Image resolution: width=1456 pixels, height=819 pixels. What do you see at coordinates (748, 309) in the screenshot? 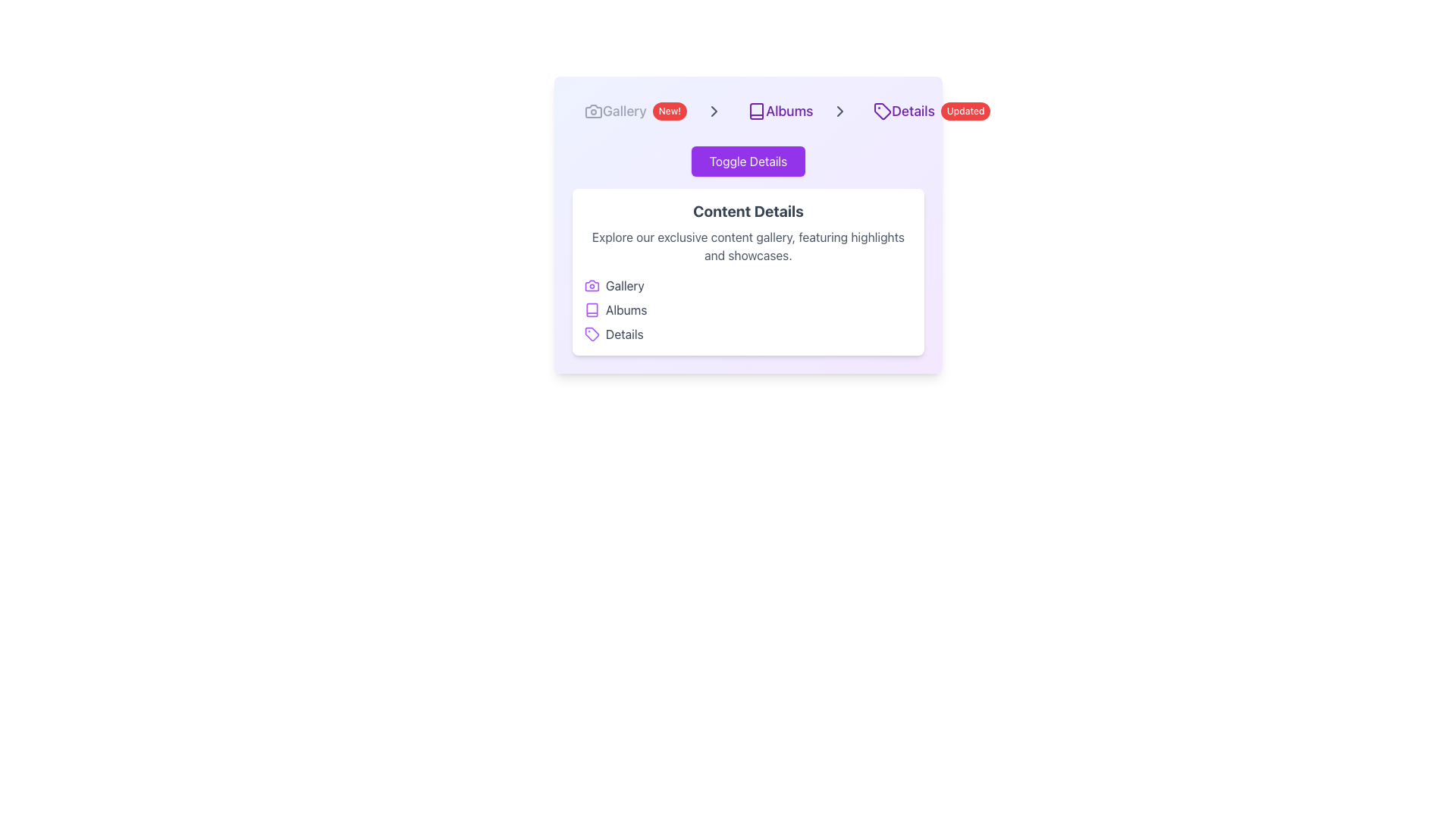
I see `the list of items with icons titled 'Content Details' for keyboard navigation` at bounding box center [748, 309].